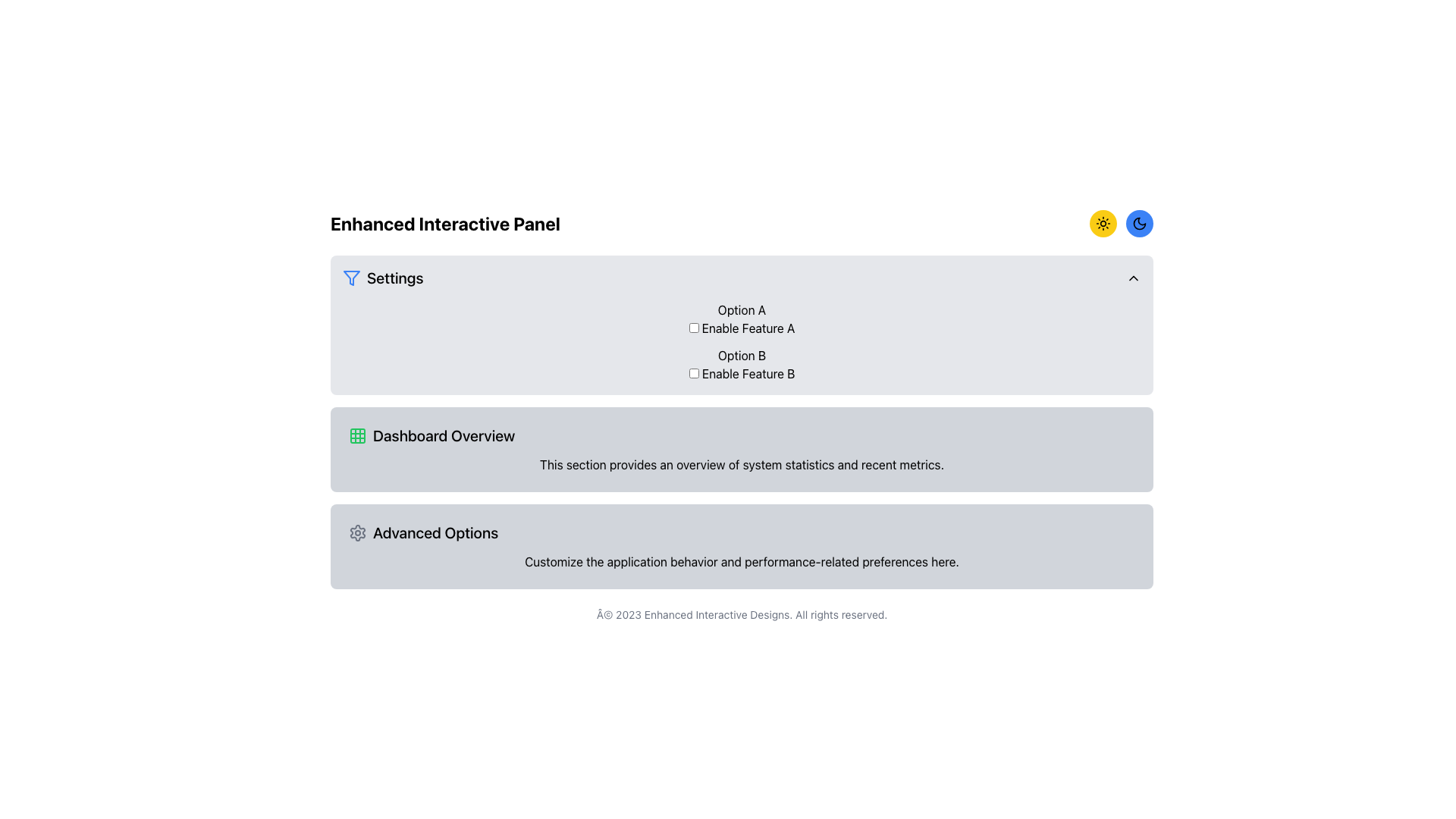  I want to click on the copyright notice text located at the bottom of the interface, centered horizontally below all other sections including 'Advanced Options', so click(742, 614).